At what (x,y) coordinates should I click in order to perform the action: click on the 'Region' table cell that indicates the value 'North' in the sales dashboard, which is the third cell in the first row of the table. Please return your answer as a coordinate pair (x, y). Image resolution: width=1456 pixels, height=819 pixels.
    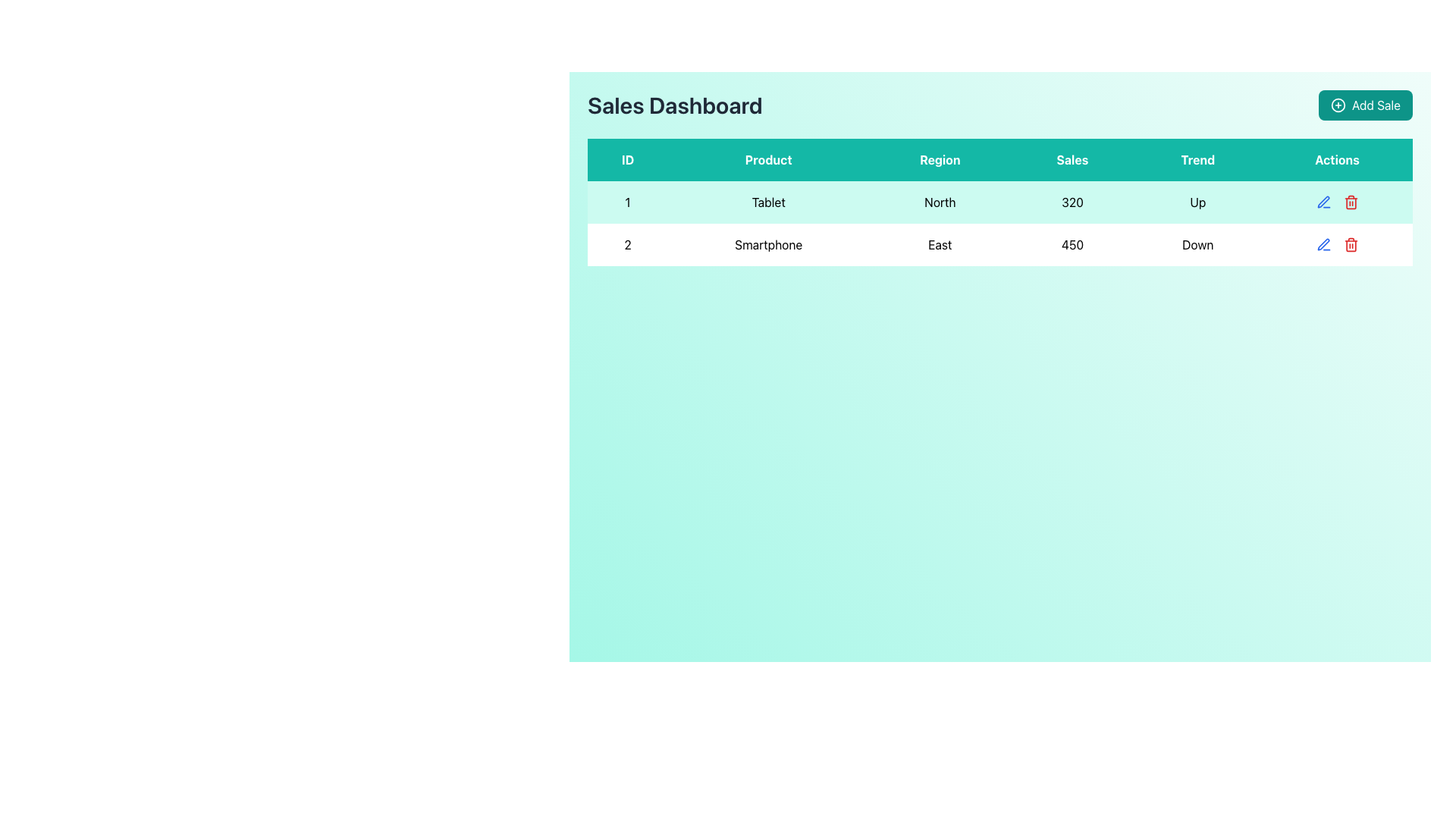
    Looking at the image, I should click on (939, 201).